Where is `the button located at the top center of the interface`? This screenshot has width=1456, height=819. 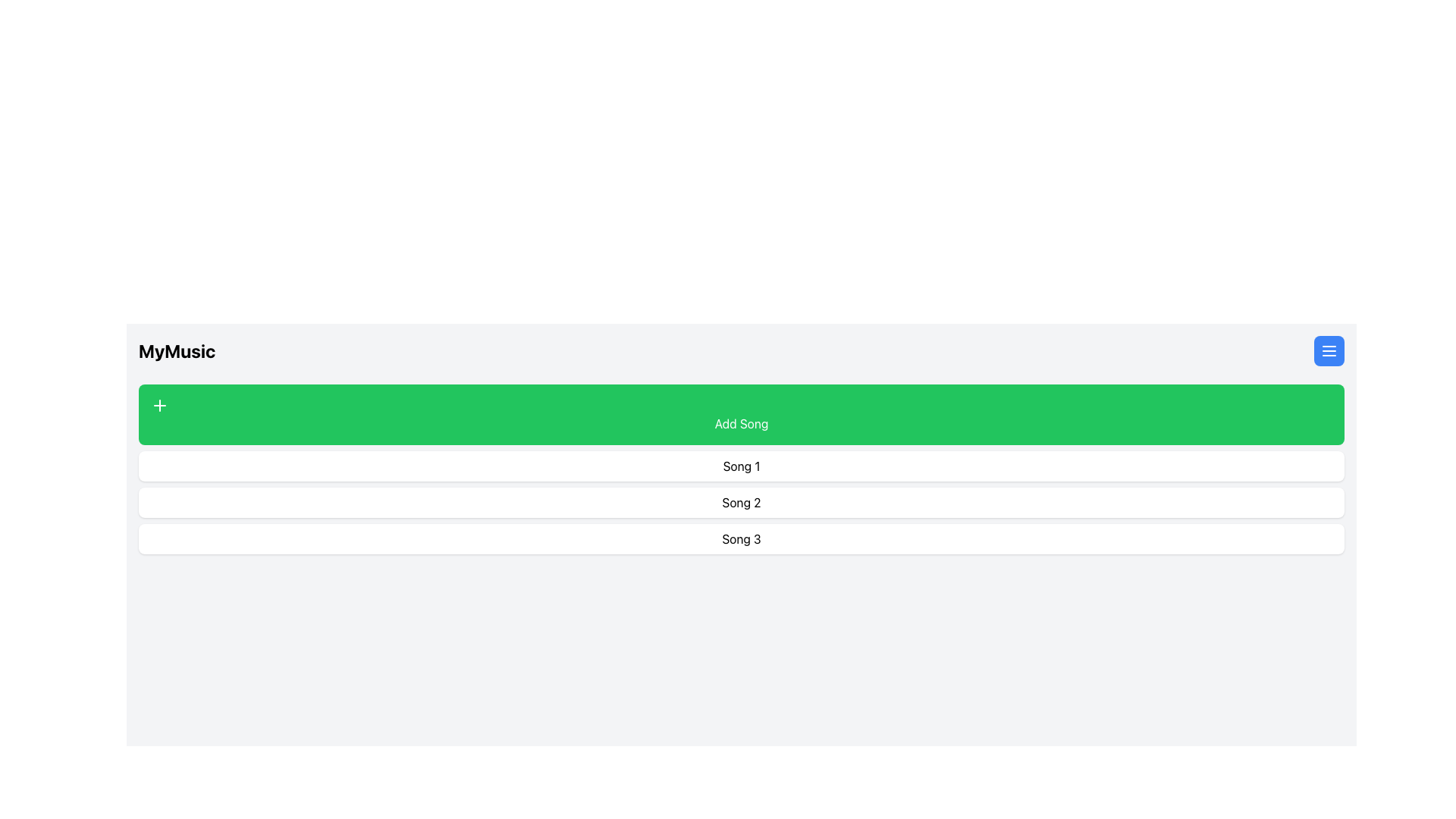 the button located at the top center of the interface is located at coordinates (742, 415).